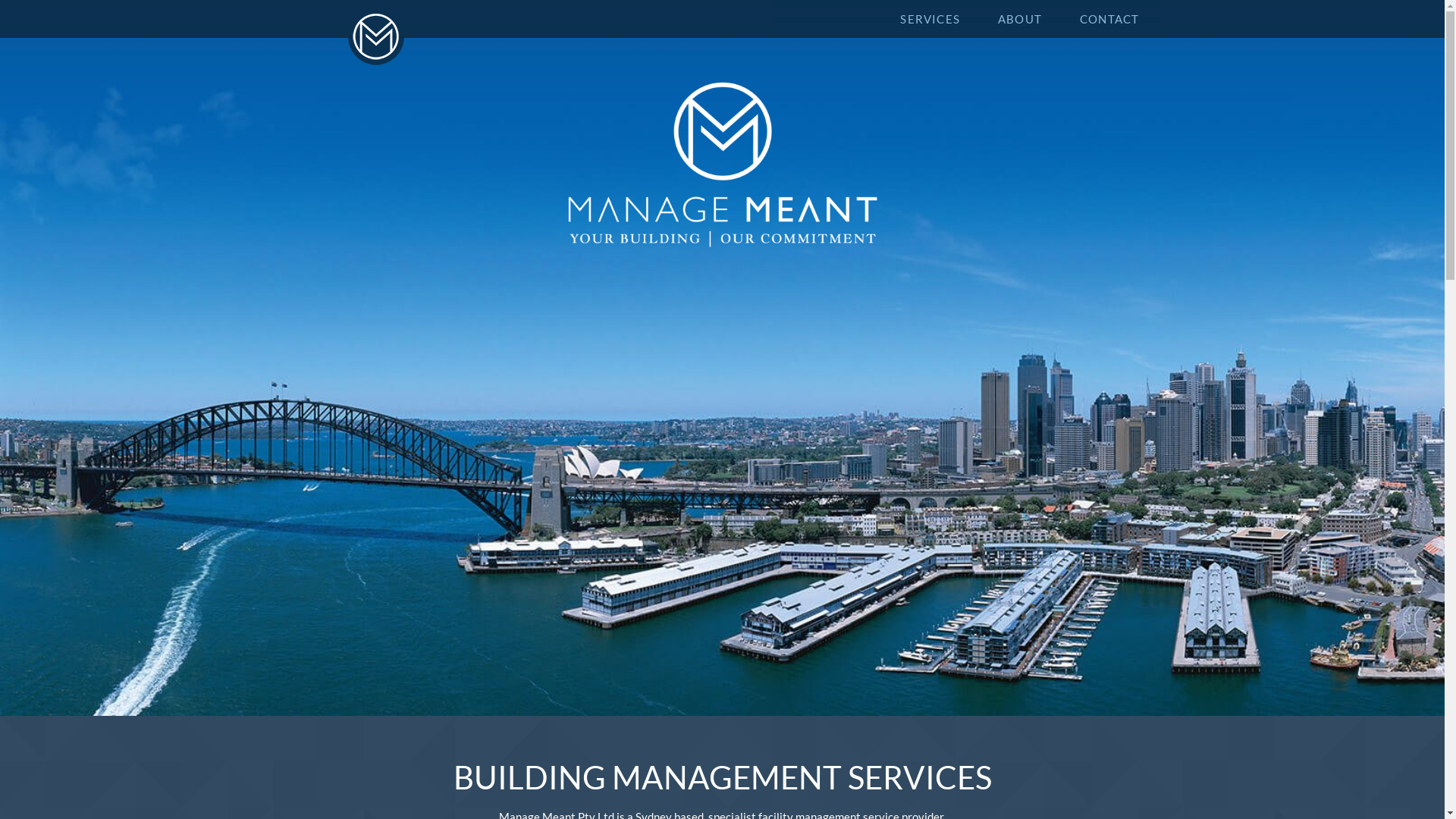  What do you see at coordinates (1109, 18) in the screenshot?
I see `'CONTACT'` at bounding box center [1109, 18].